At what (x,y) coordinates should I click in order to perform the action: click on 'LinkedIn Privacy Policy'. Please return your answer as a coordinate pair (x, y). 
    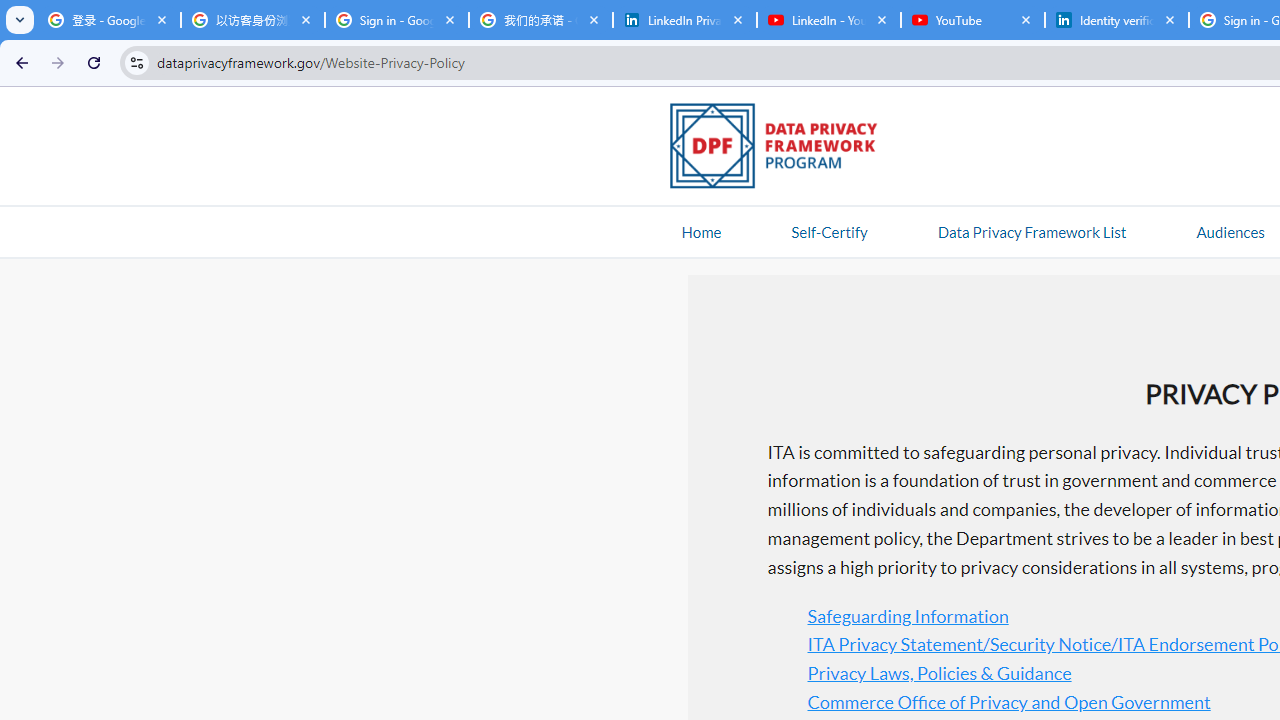
    Looking at the image, I should click on (684, 20).